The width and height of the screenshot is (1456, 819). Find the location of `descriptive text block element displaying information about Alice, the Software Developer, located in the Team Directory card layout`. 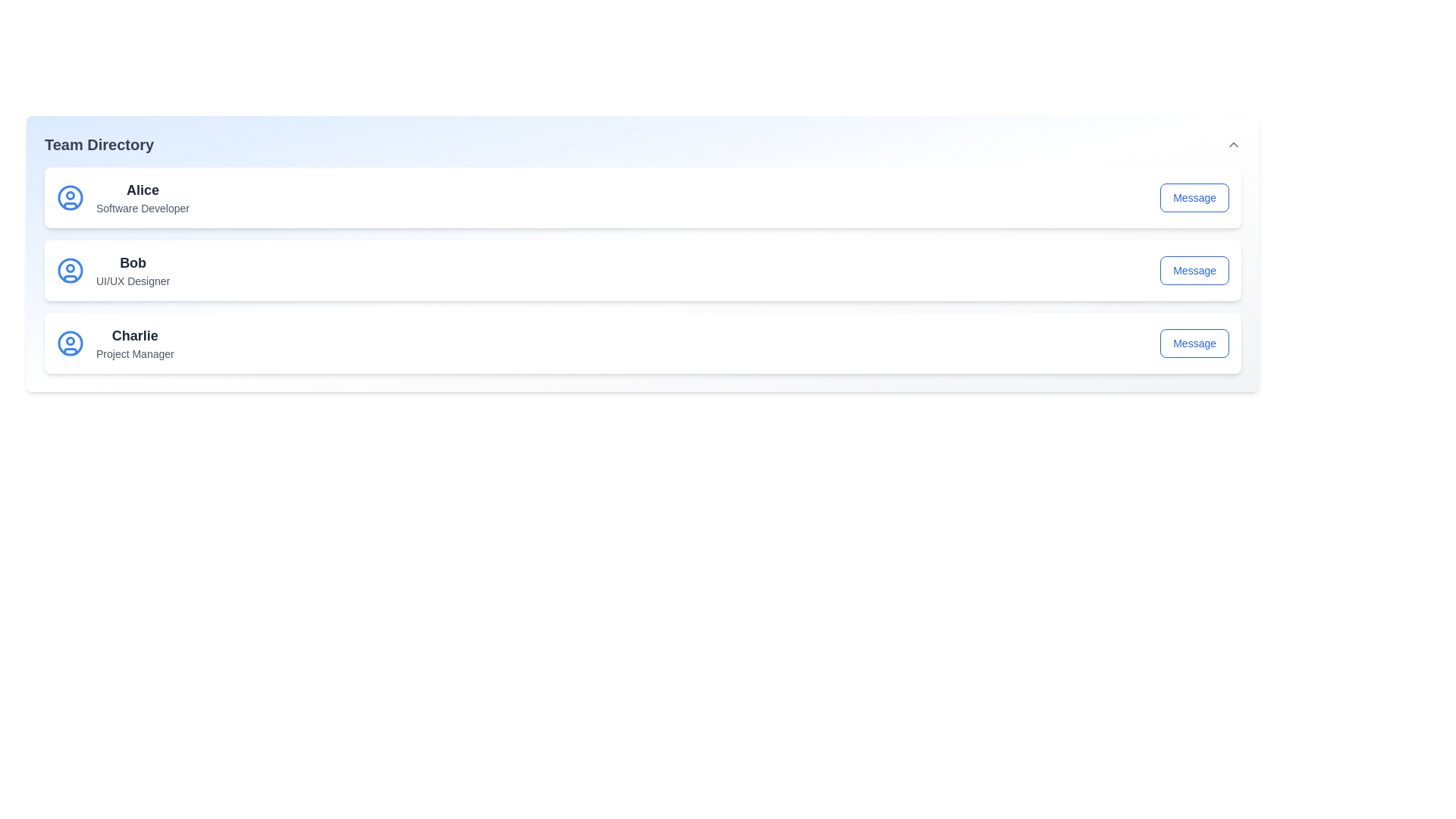

descriptive text block element displaying information about Alice, the Software Developer, located in the Team Directory card layout is located at coordinates (143, 197).